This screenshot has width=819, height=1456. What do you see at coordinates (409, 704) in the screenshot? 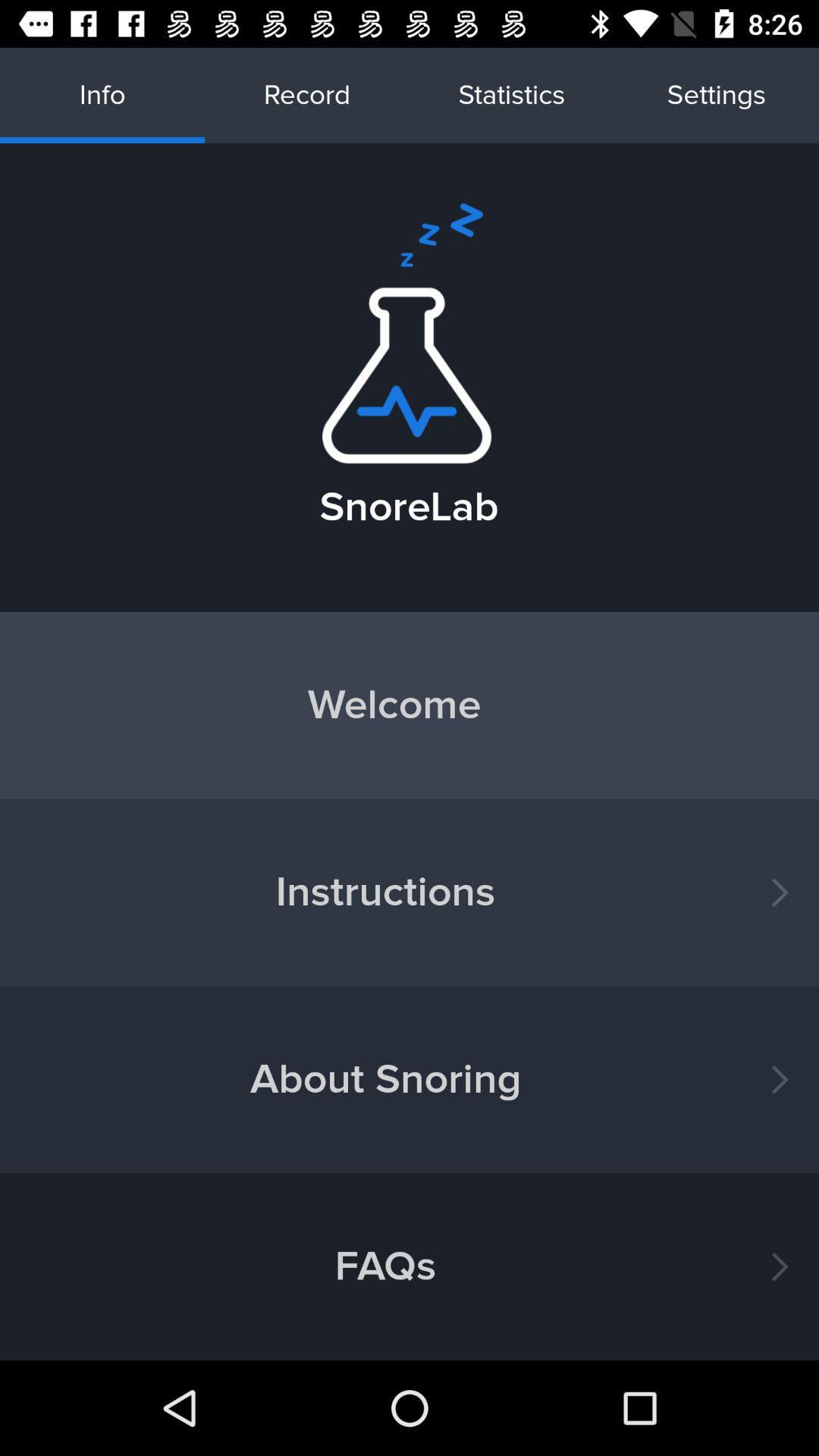
I see `welcome icon` at bounding box center [409, 704].